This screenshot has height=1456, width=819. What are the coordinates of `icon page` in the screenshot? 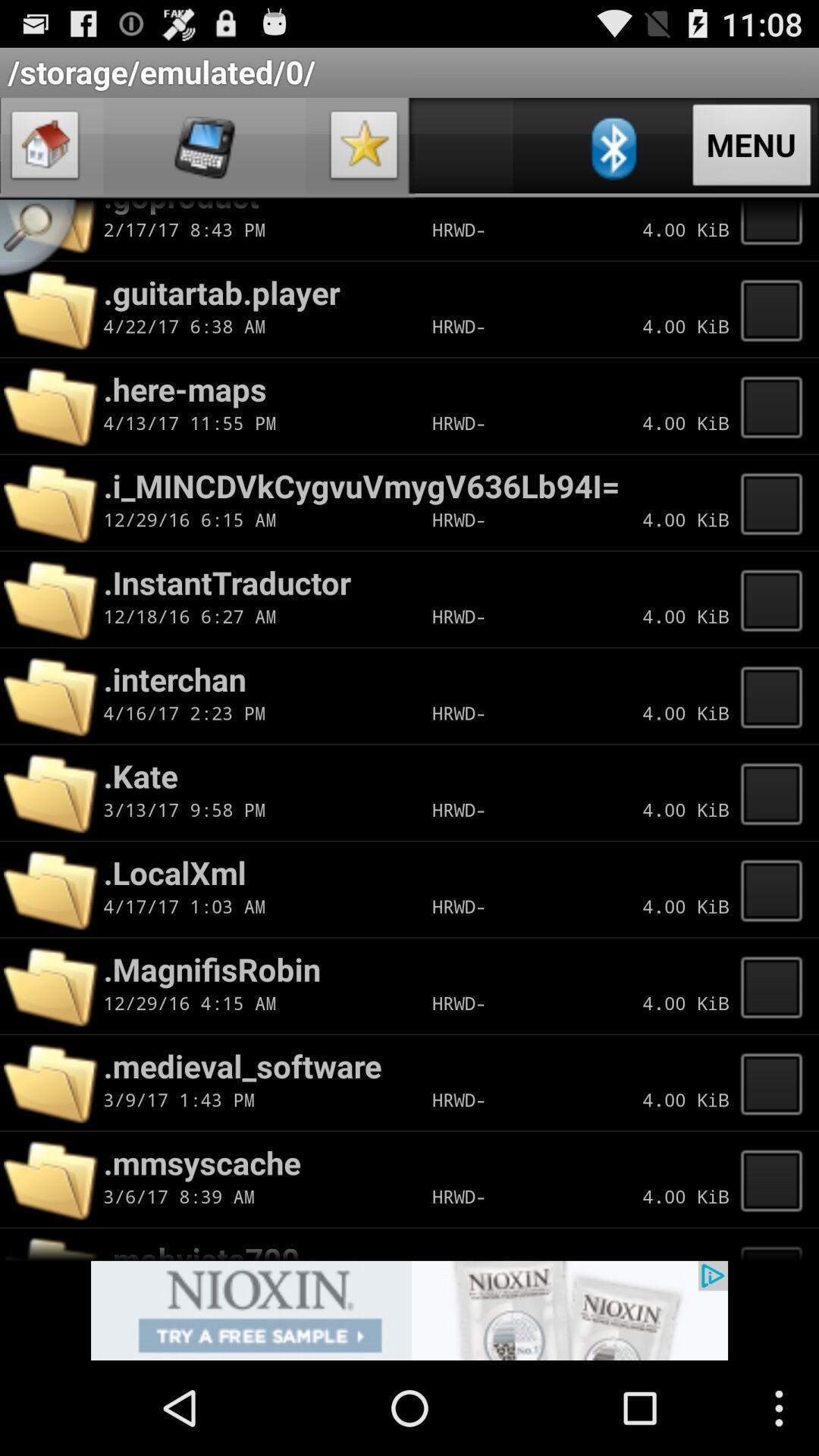 It's located at (364, 149).